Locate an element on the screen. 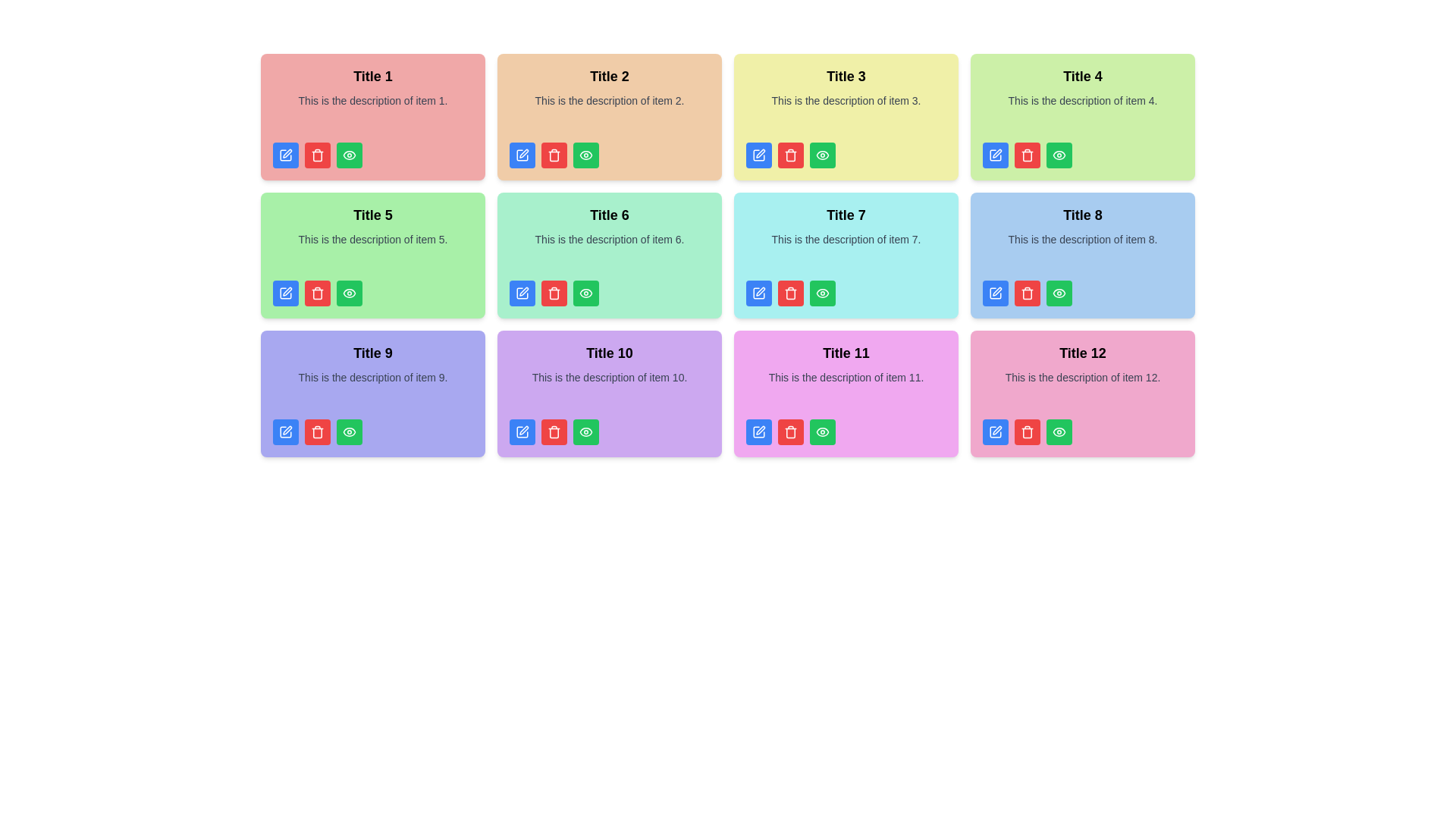 Image resolution: width=1456 pixels, height=819 pixels. the trash can icon, which is styled in red and located within the red button is located at coordinates (1027, 155).